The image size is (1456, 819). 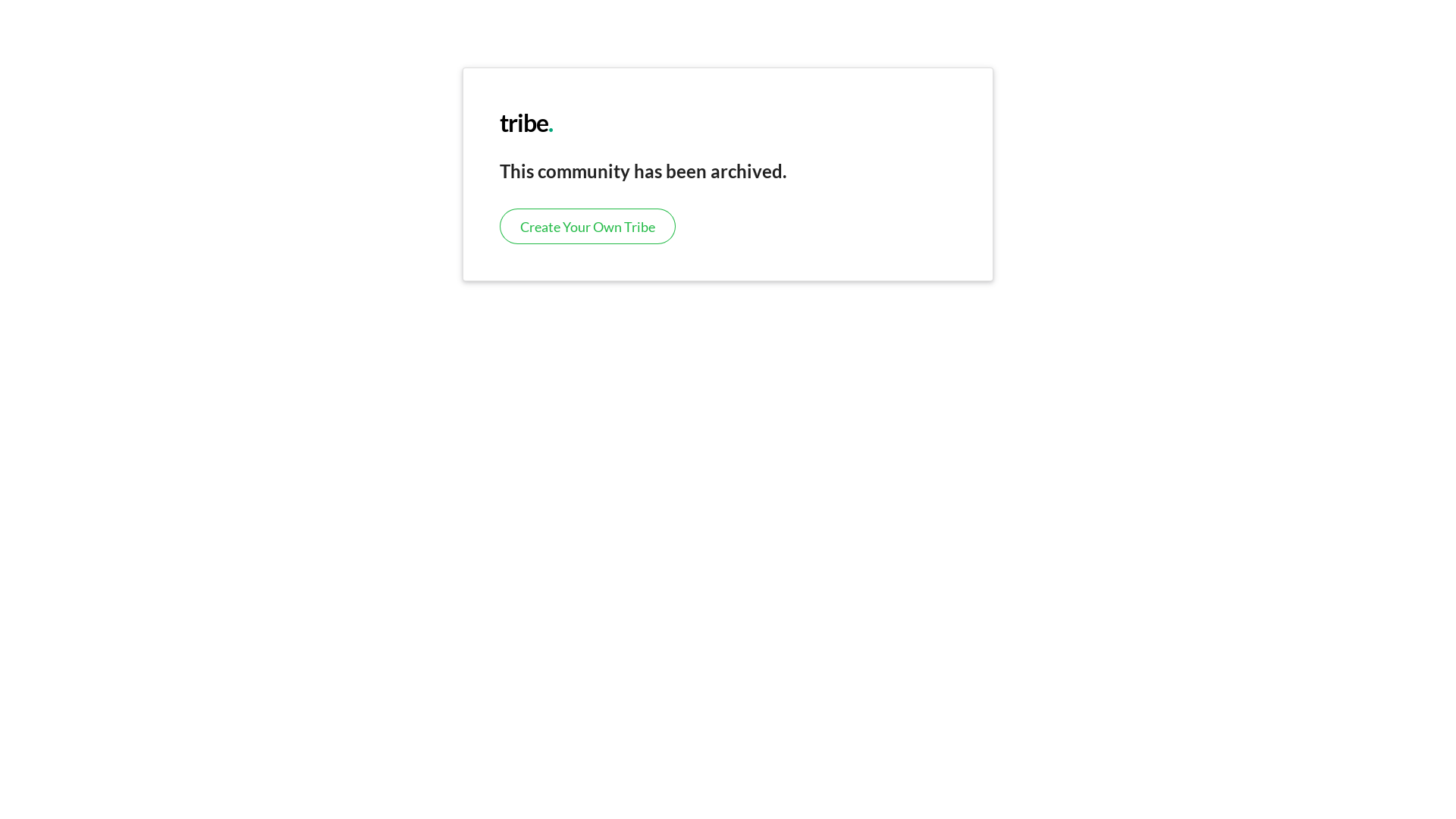 I want to click on 'Create Your Own Tribe', so click(x=586, y=225).